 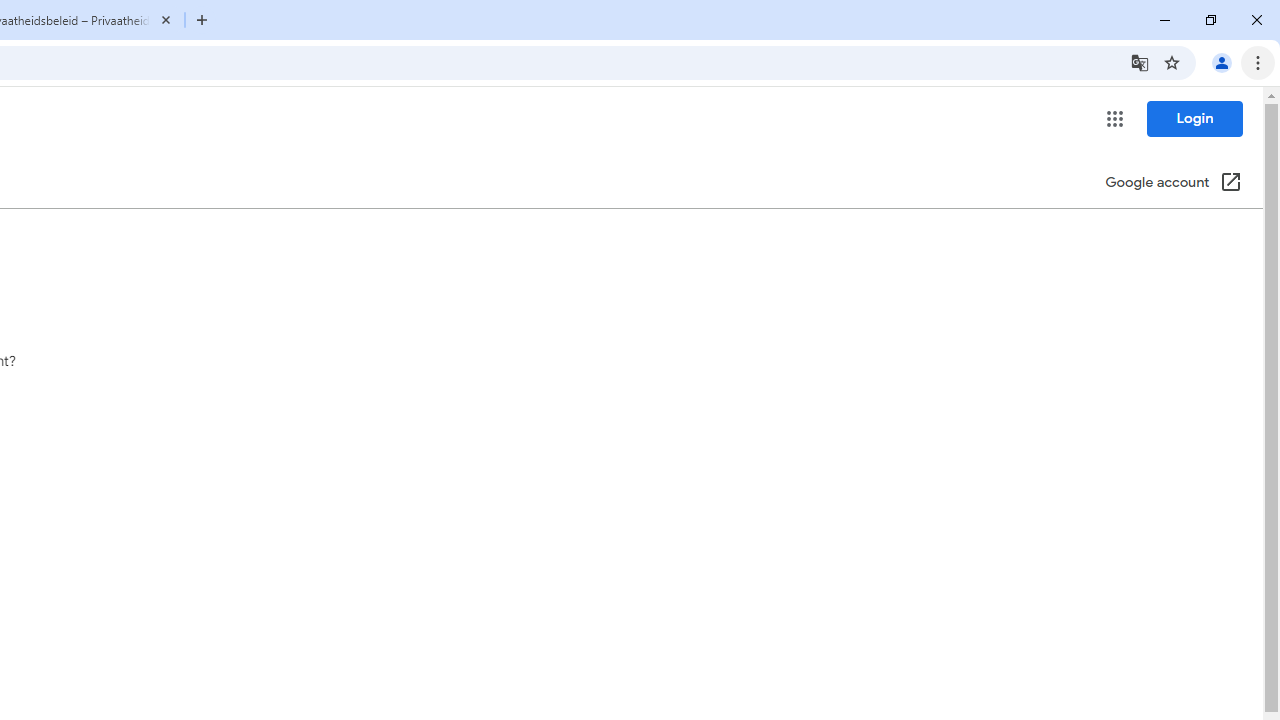 I want to click on 'Minimize', so click(x=1165, y=20).